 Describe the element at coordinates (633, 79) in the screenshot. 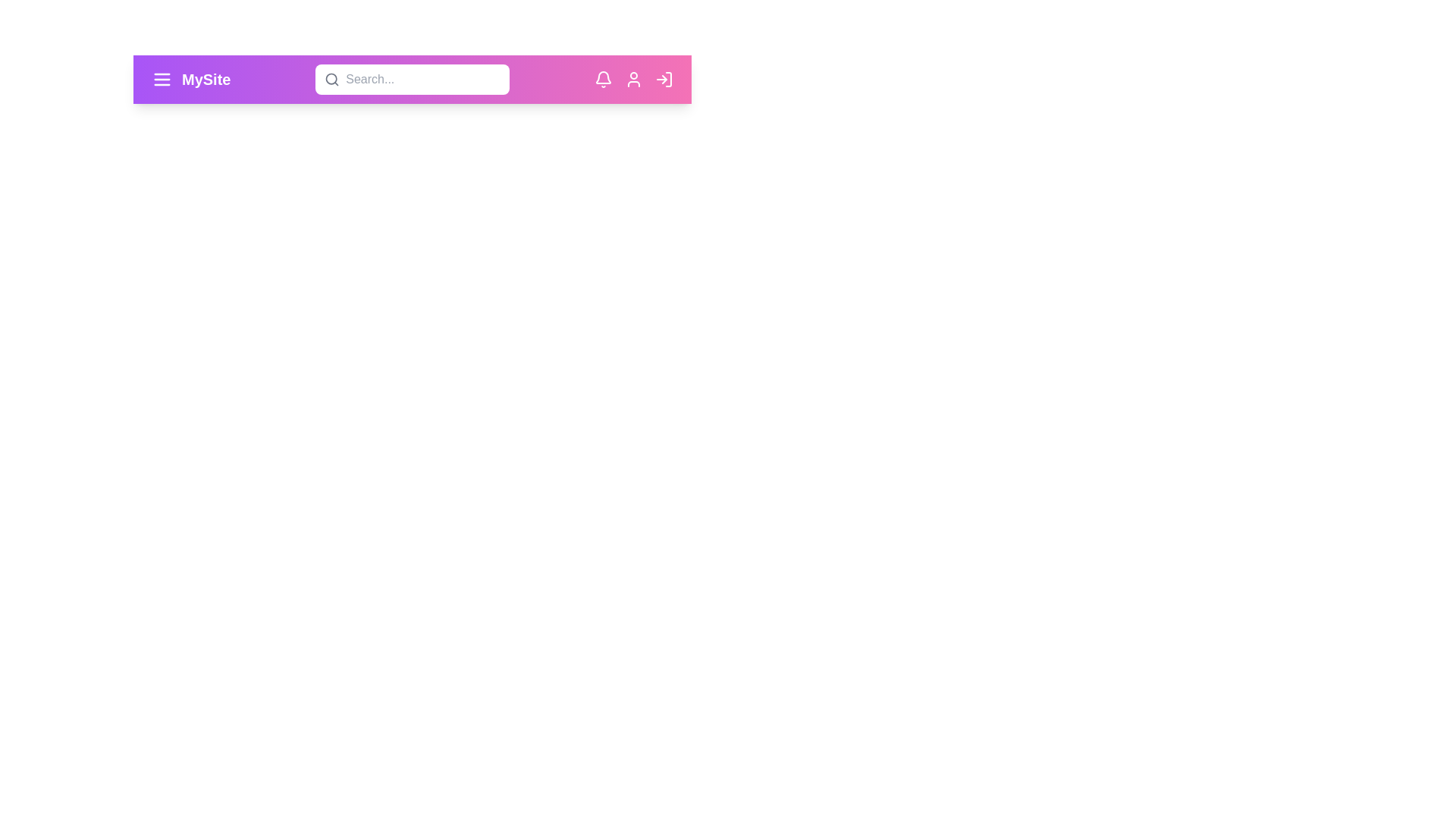

I see `the user icon to access the user profile` at that location.